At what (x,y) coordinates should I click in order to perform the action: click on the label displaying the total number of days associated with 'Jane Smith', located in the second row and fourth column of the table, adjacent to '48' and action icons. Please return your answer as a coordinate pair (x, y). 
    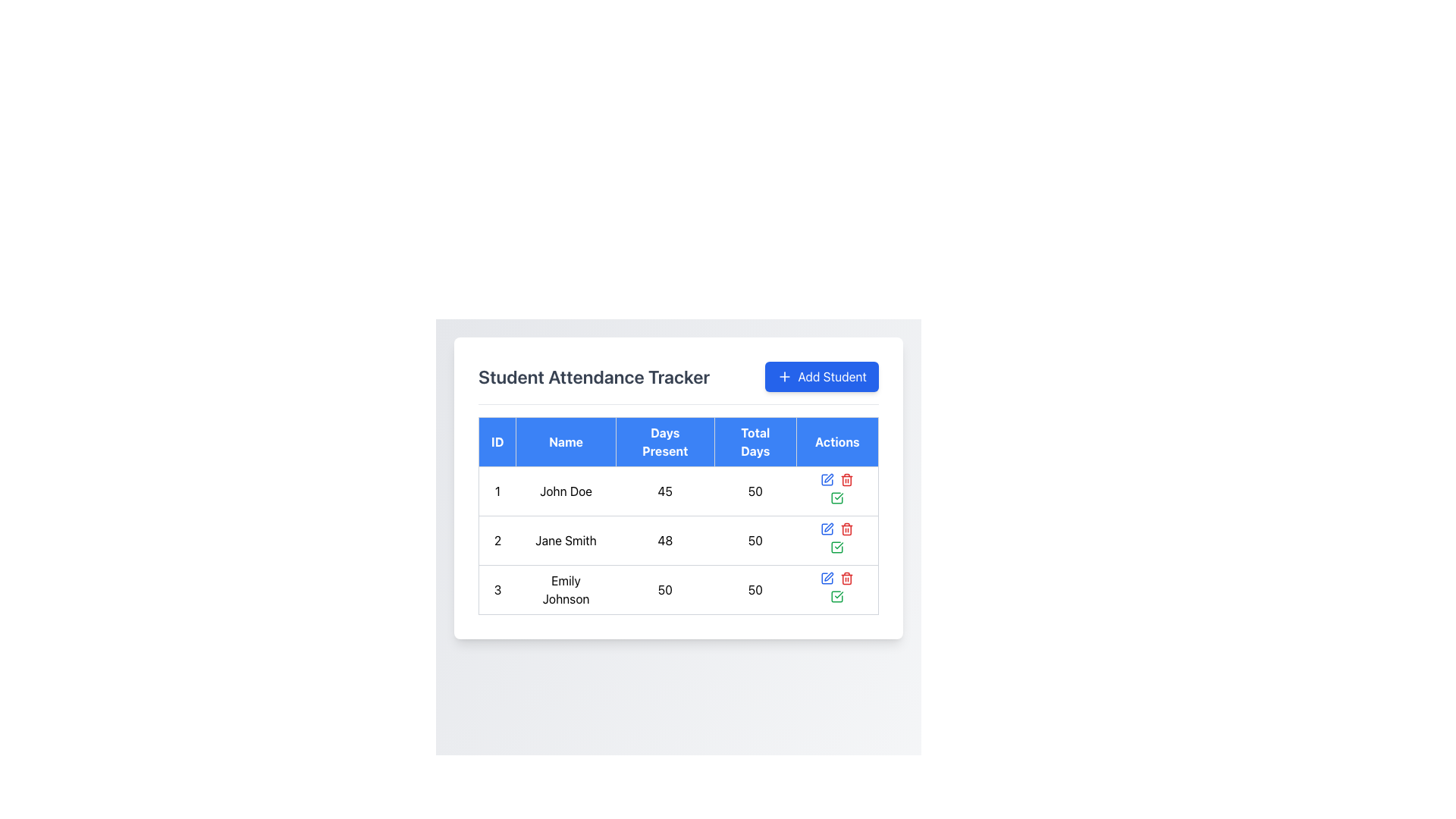
    Looking at the image, I should click on (755, 540).